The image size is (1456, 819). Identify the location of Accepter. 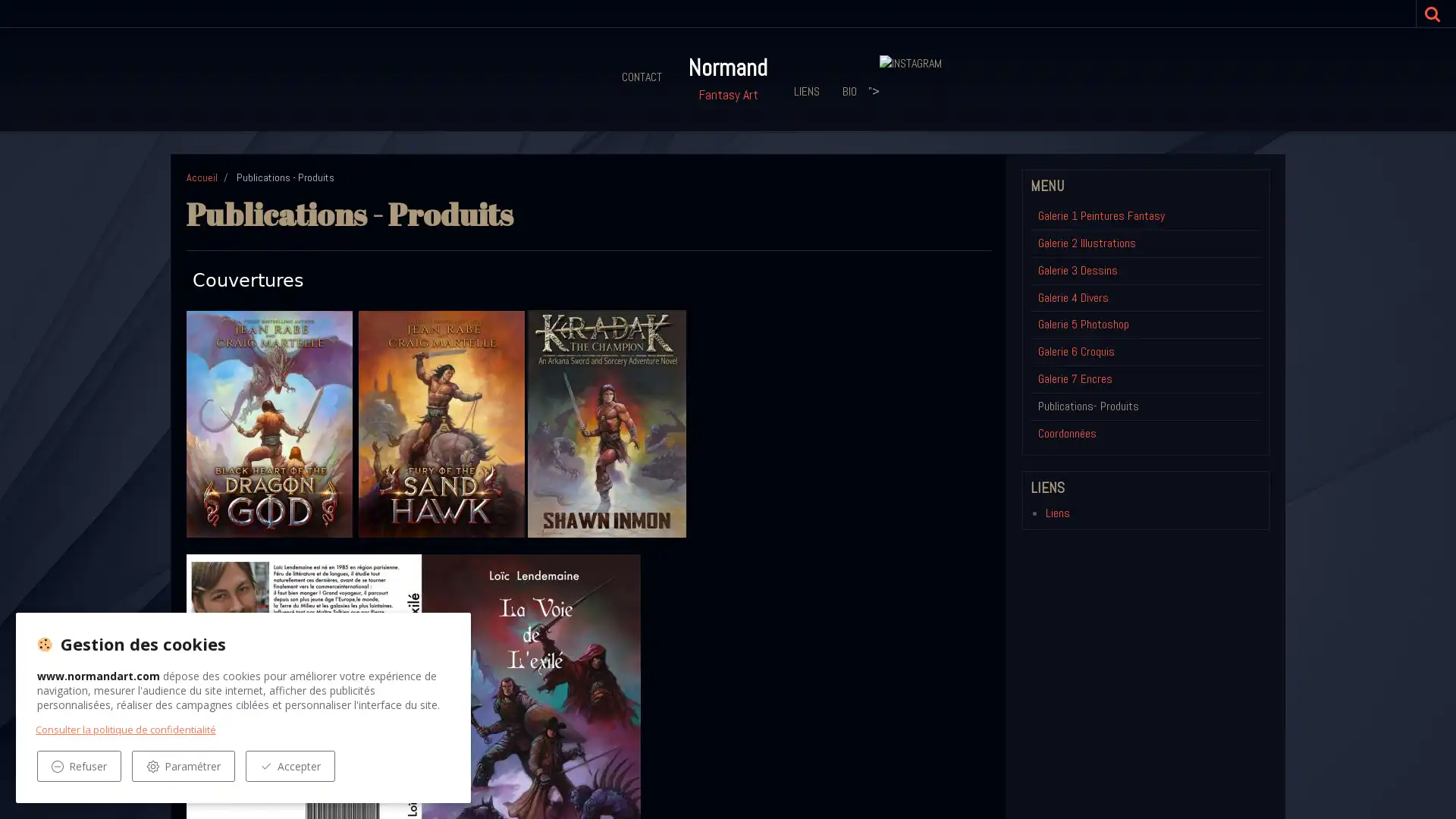
(290, 766).